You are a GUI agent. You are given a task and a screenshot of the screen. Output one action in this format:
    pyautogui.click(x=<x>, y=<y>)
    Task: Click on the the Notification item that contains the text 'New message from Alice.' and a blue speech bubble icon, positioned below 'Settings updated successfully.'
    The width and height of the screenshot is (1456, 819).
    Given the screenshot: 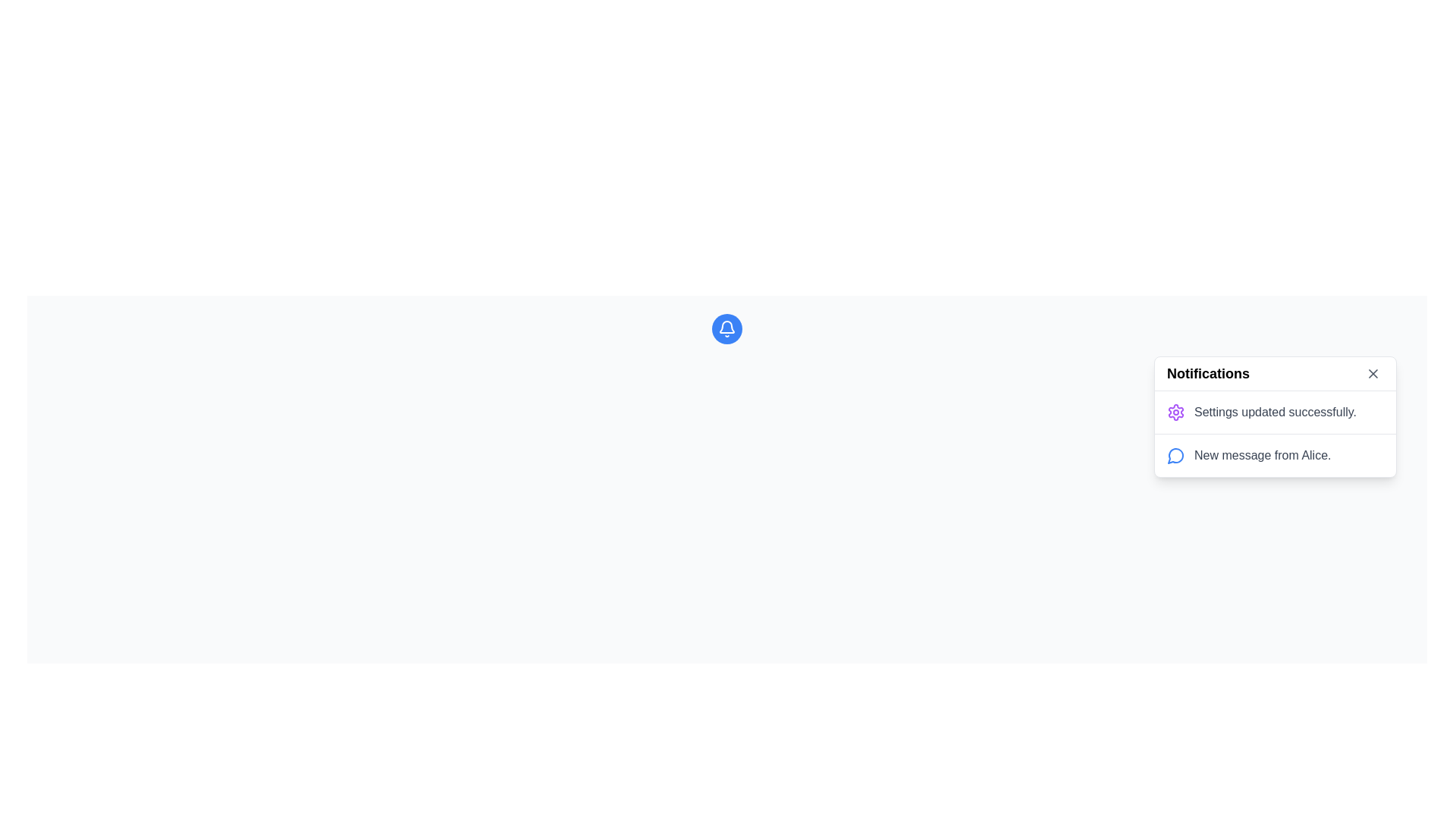 What is the action you would take?
    pyautogui.click(x=1274, y=454)
    